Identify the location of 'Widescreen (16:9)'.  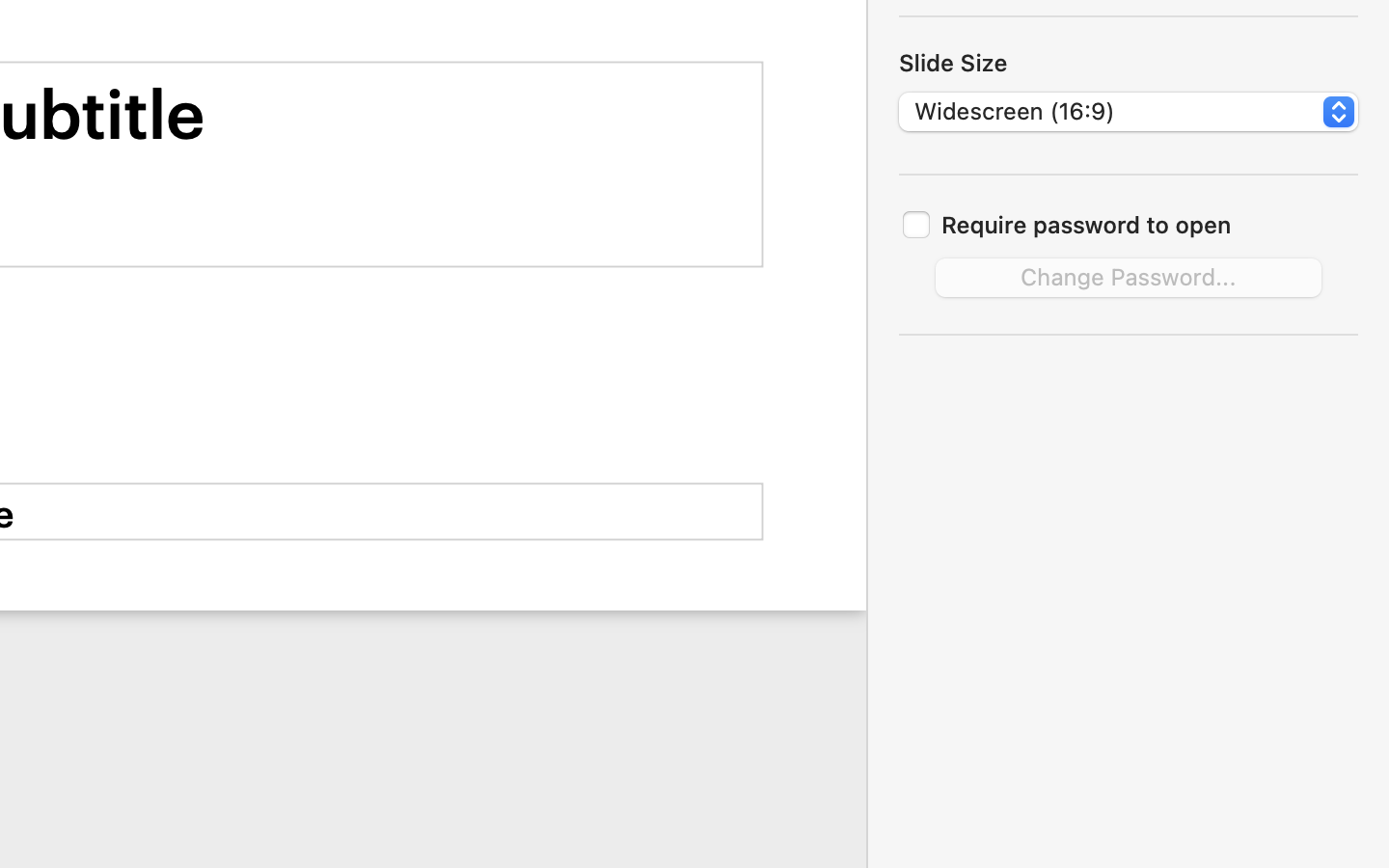
(1130, 114).